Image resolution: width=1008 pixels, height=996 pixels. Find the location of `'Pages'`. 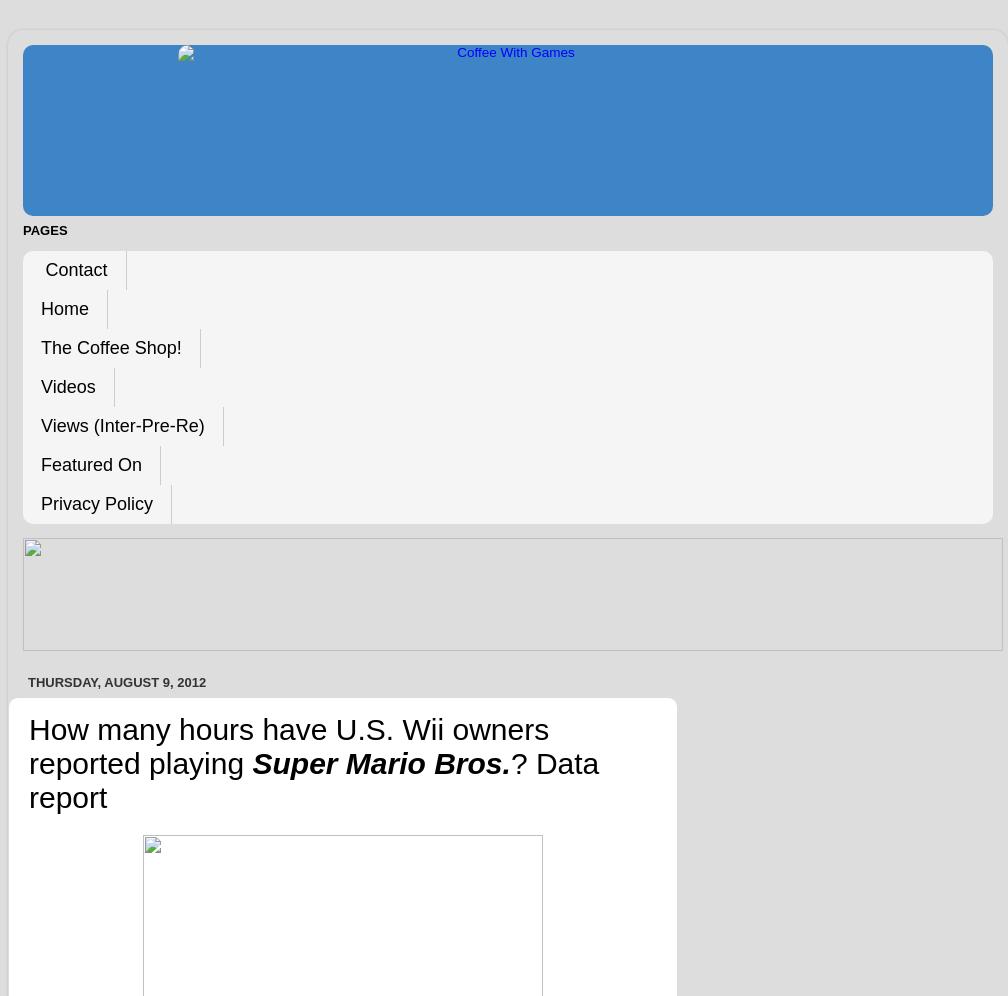

'Pages' is located at coordinates (44, 228).